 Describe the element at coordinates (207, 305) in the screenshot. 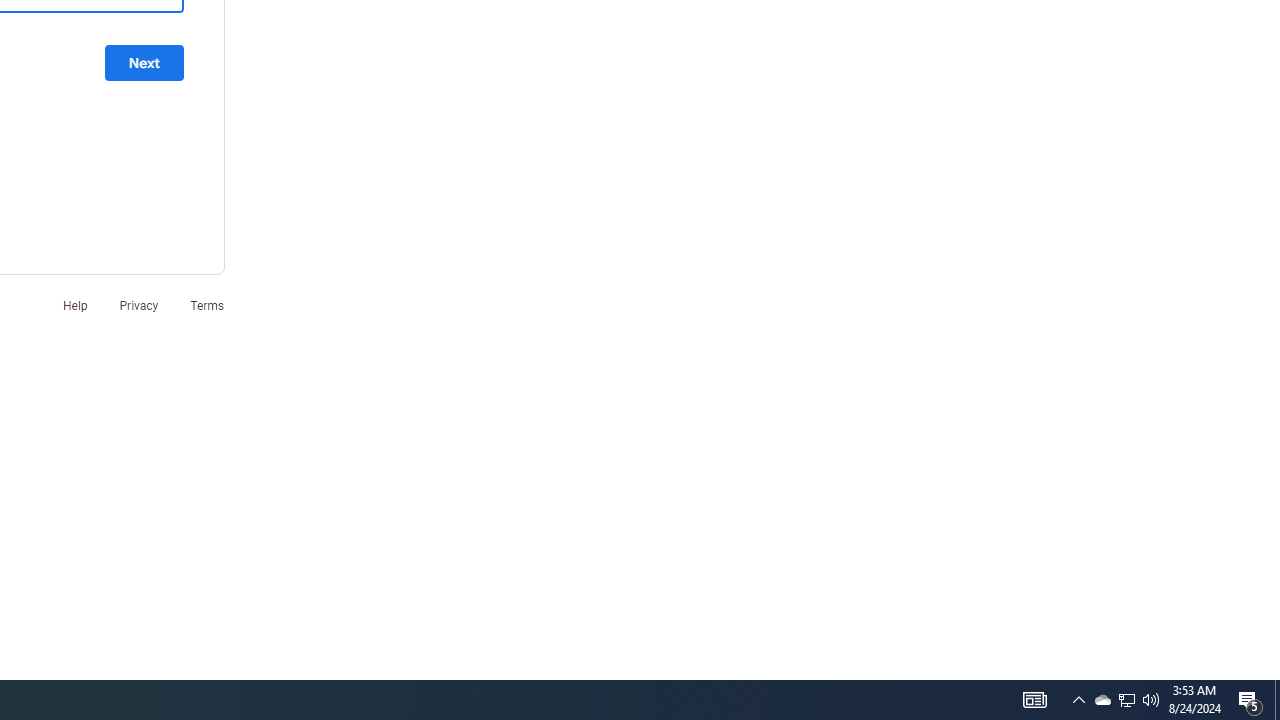

I see `'Terms'` at that location.